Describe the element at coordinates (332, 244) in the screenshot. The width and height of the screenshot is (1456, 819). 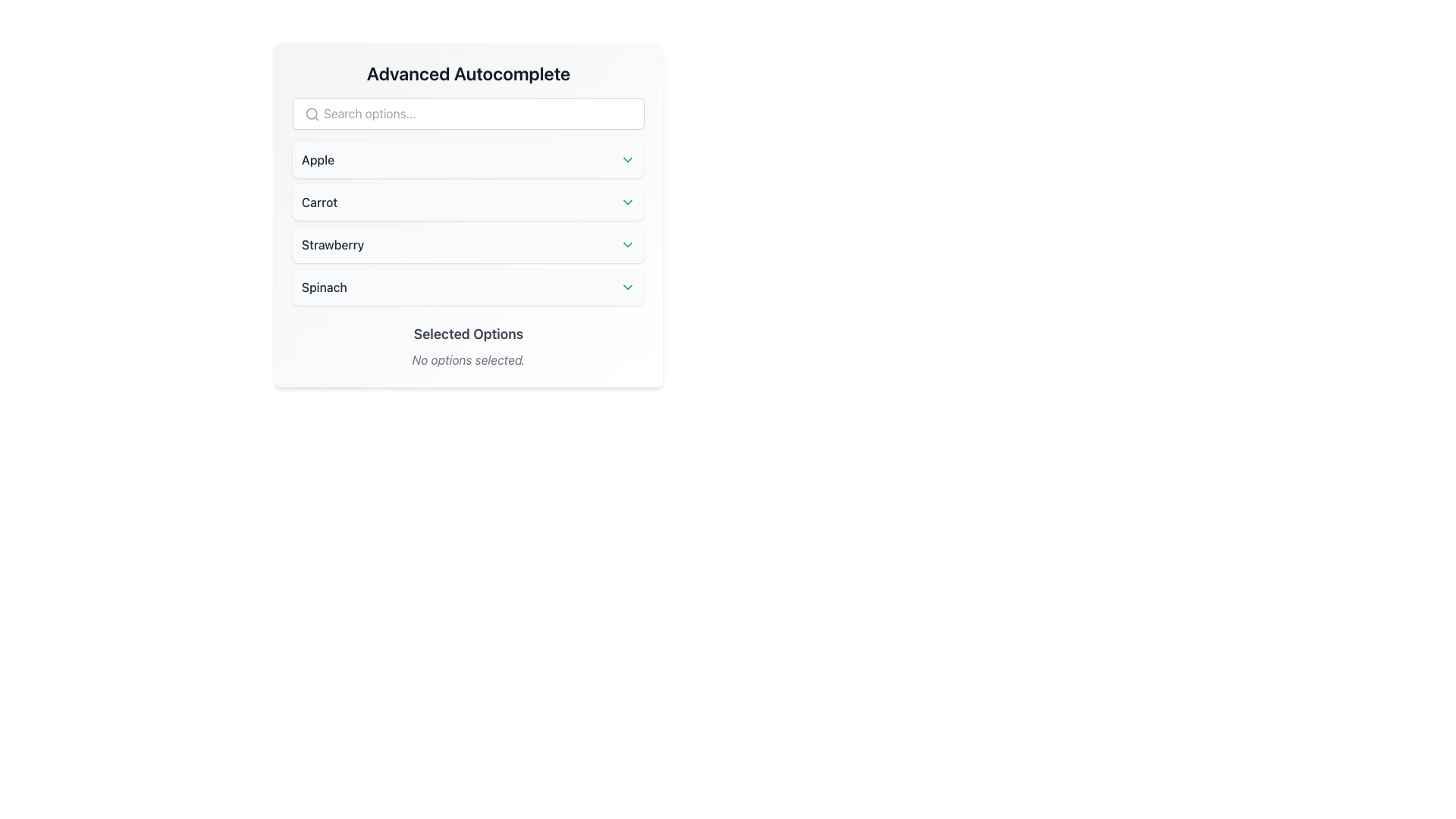
I see `the 'Strawberry' text label in the third item of the vertical list of selectable options` at that location.